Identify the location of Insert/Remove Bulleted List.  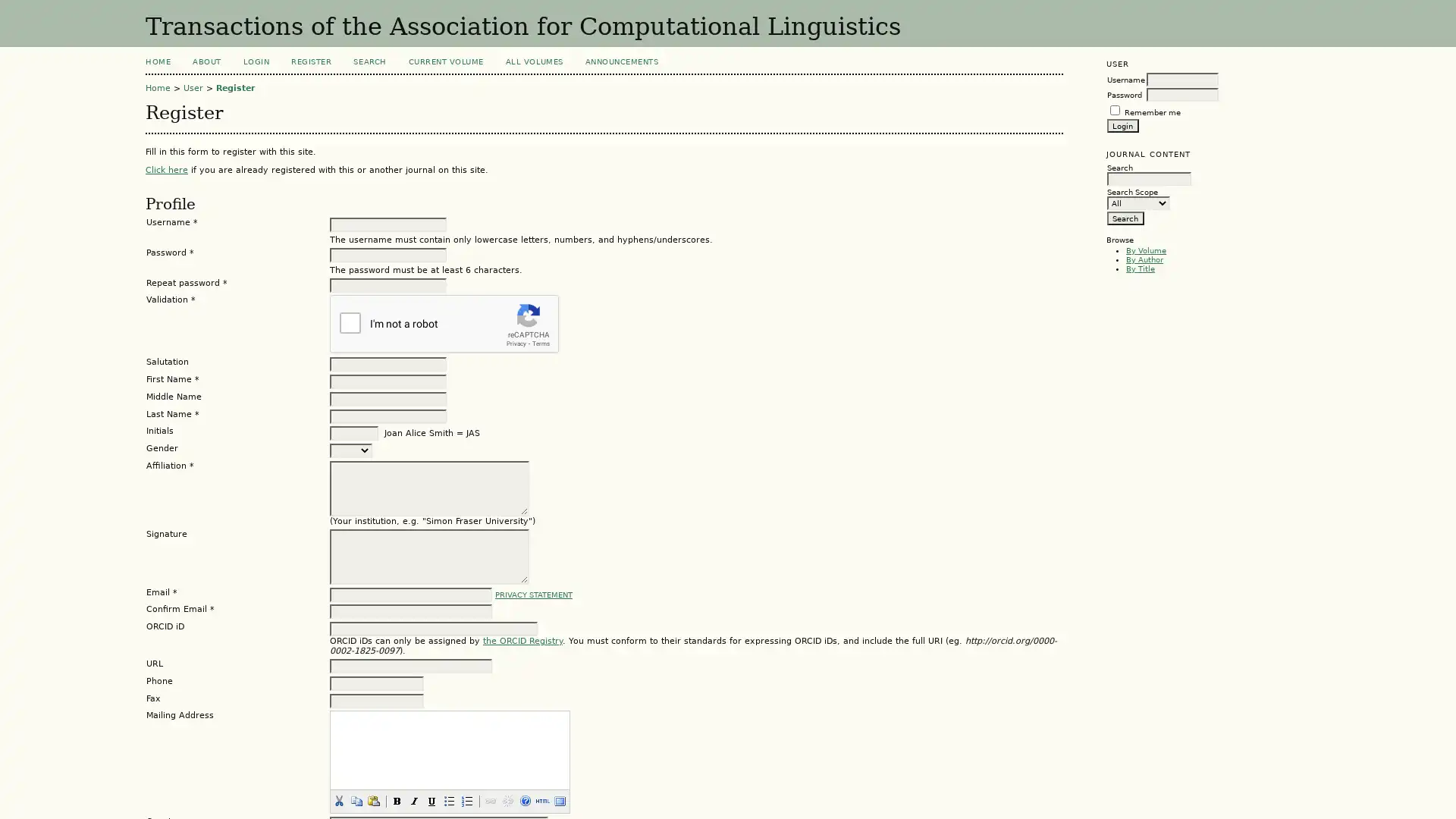
(447, 800).